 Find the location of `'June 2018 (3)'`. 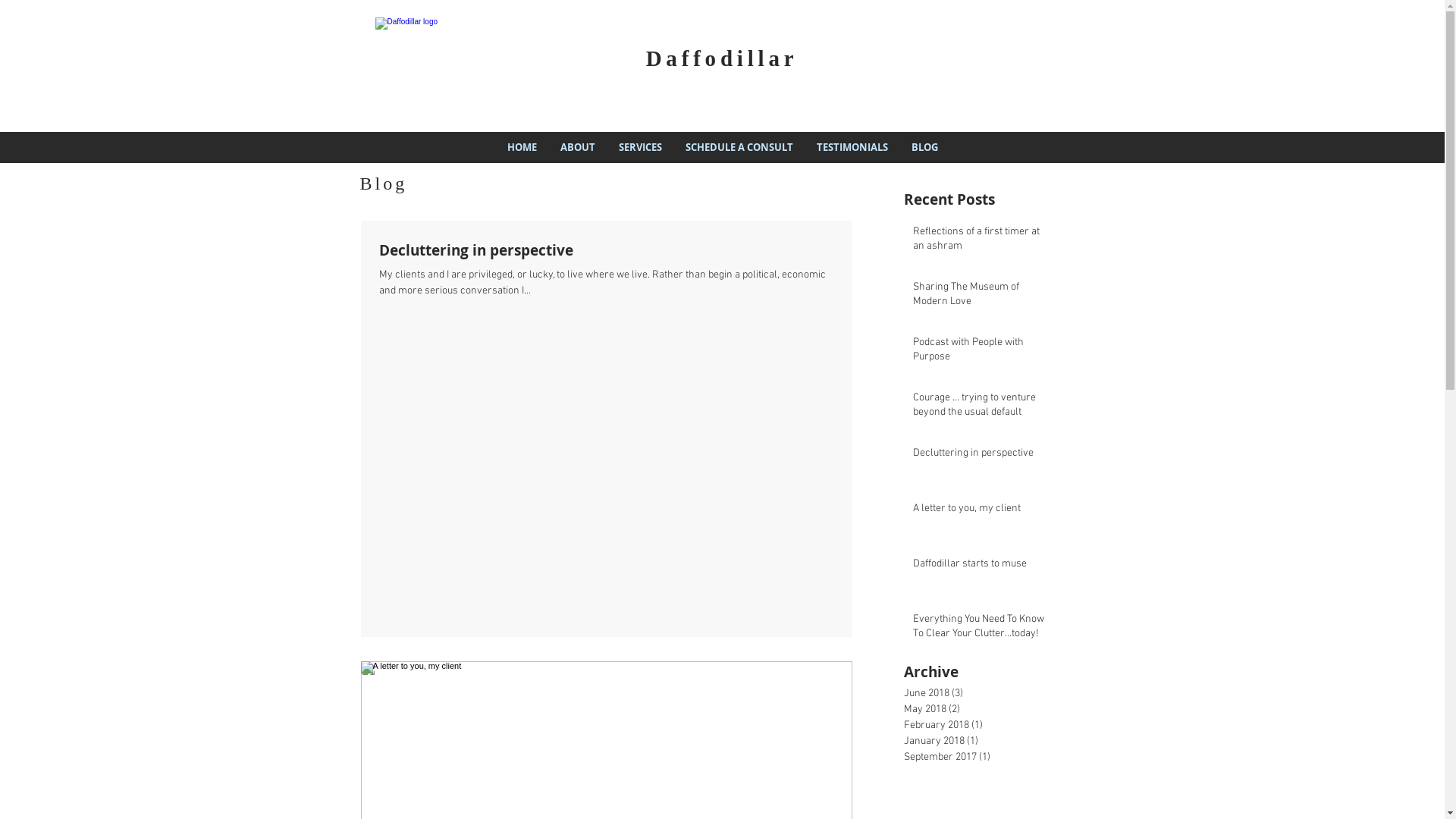

'June 2018 (3)' is located at coordinates (983, 693).